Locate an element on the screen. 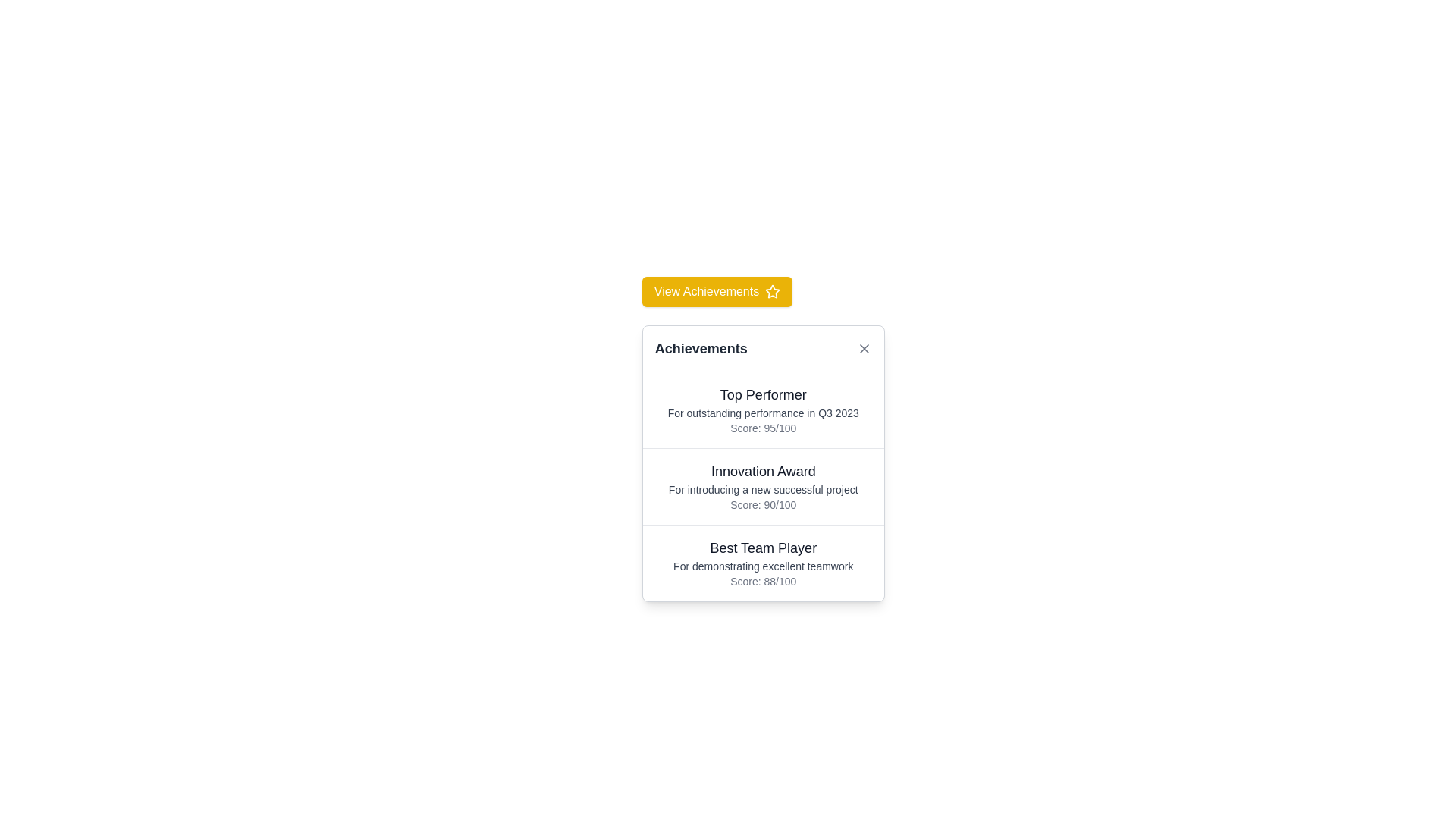 The width and height of the screenshot is (1456, 819). the Close Button (SVG) located at the top-right corner of the 'Achievements' card is located at coordinates (864, 348).